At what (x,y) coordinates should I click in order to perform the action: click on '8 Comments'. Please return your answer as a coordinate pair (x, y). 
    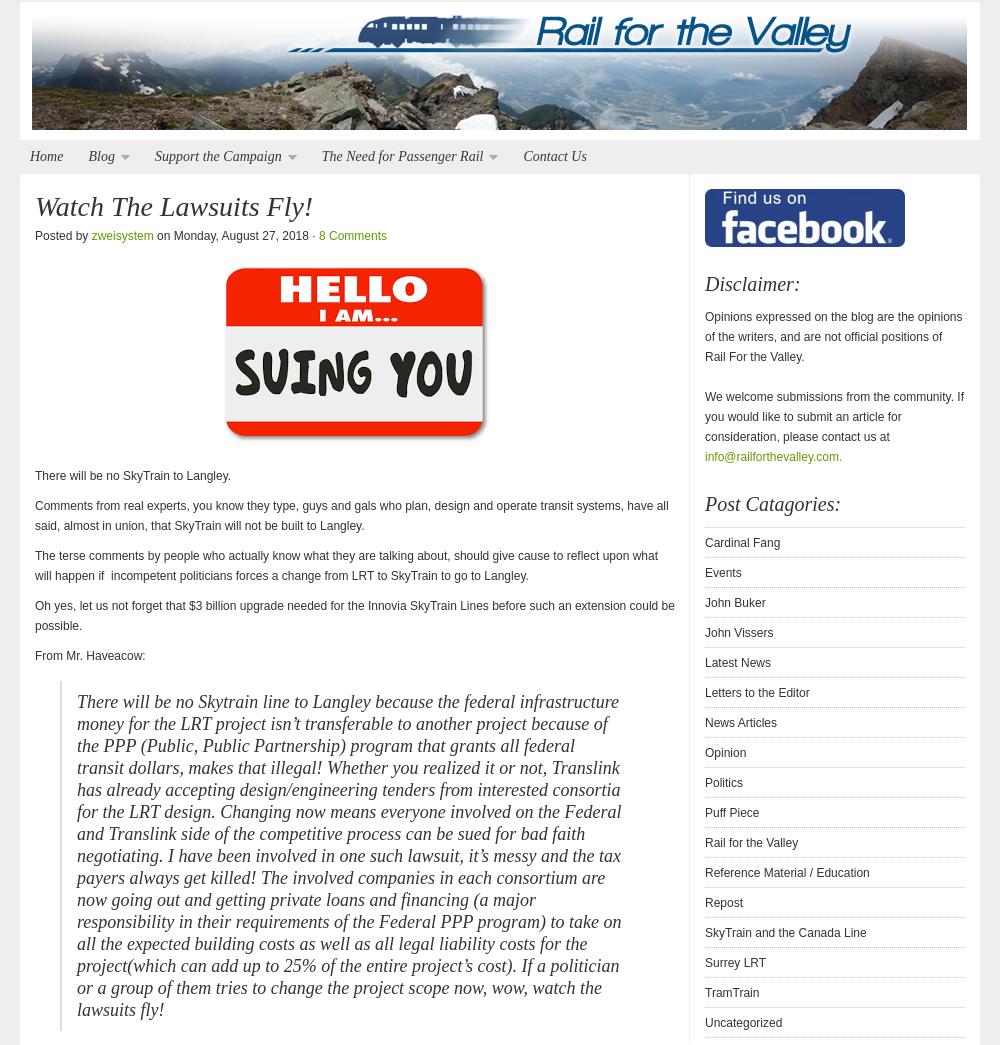
    Looking at the image, I should click on (351, 234).